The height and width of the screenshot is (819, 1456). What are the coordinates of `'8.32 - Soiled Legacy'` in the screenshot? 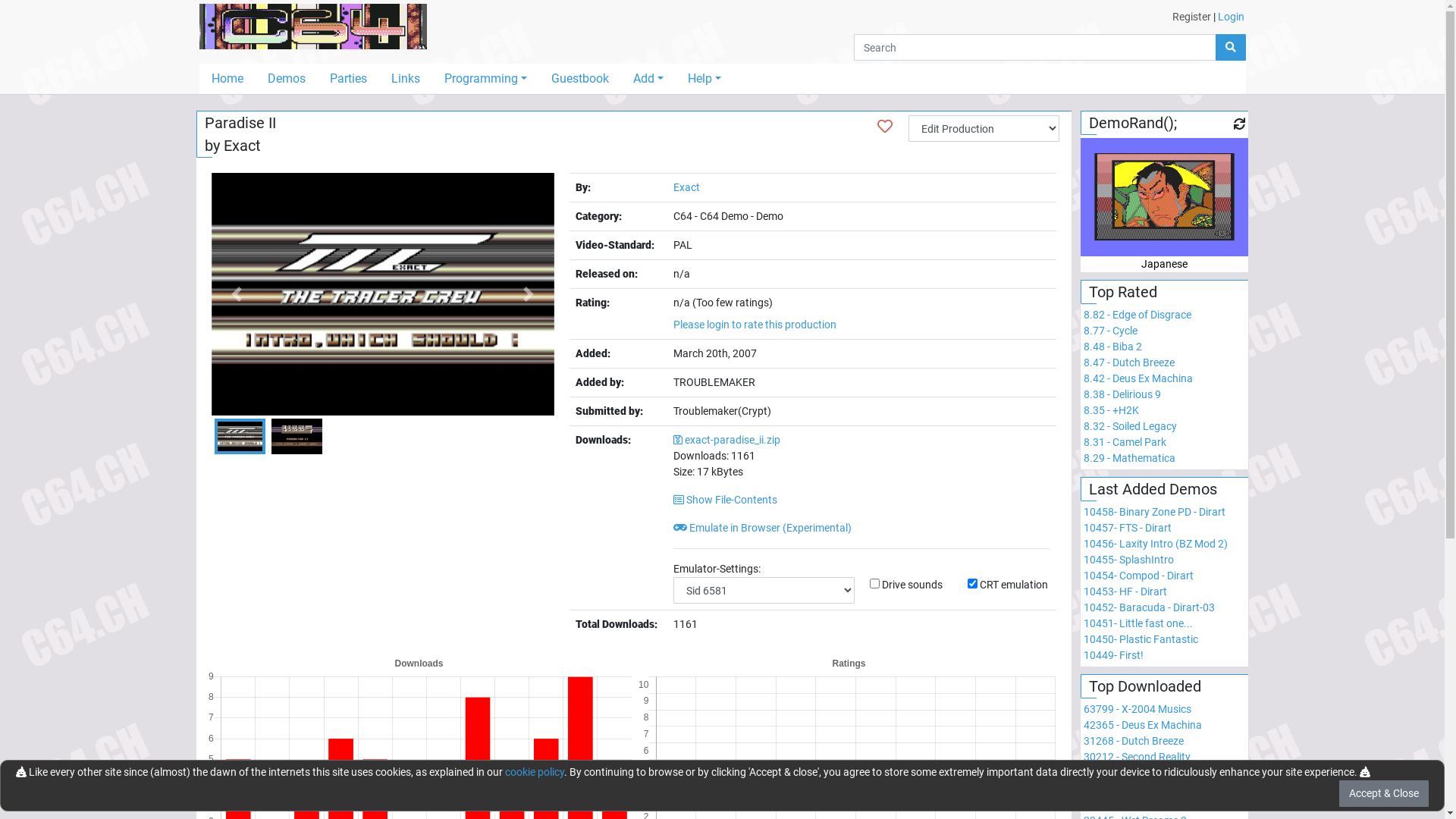 It's located at (1130, 426).